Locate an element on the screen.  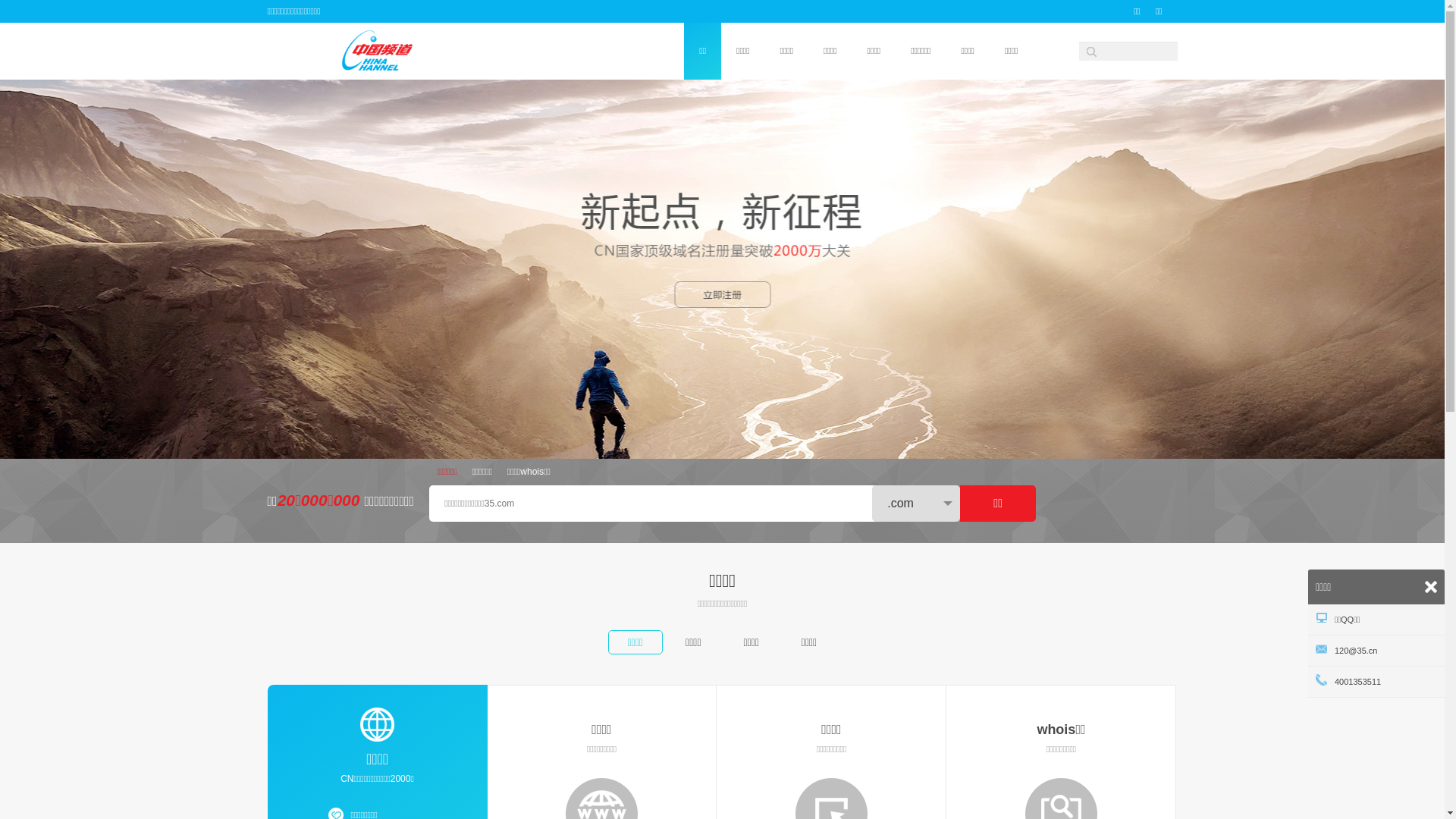
'4001353511' is located at coordinates (1376, 680).